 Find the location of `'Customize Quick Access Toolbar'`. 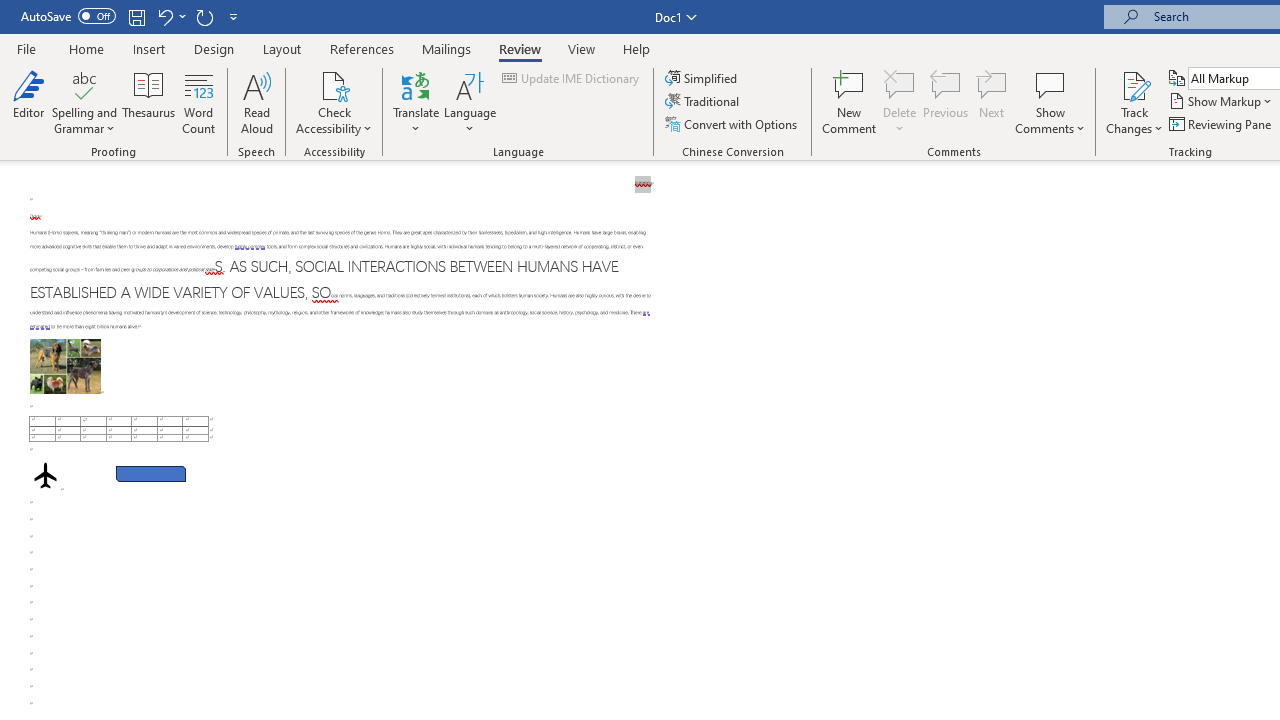

'Customize Quick Access Toolbar' is located at coordinates (234, 16).